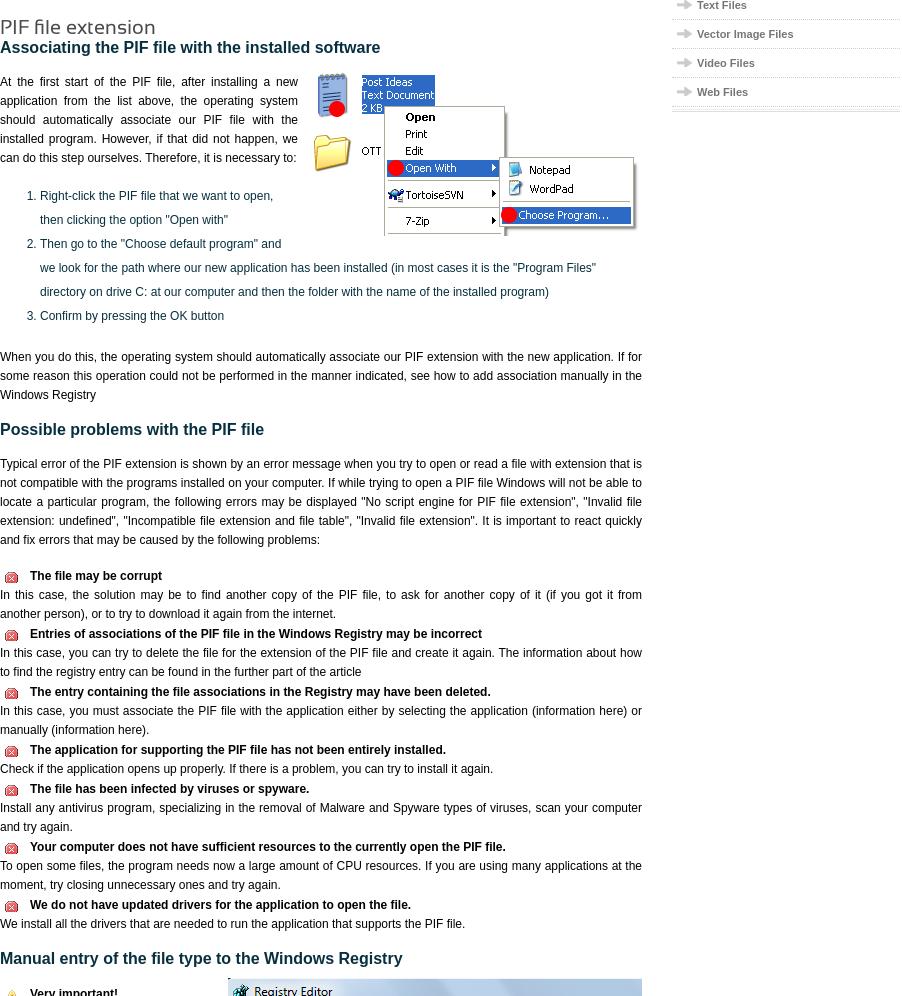 The height and width of the screenshot is (996, 902). Describe the element at coordinates (29, 846) in the screenshot. I see `'Your computer does not have sufficient resources to the currently open the PIF file.'` at that location.